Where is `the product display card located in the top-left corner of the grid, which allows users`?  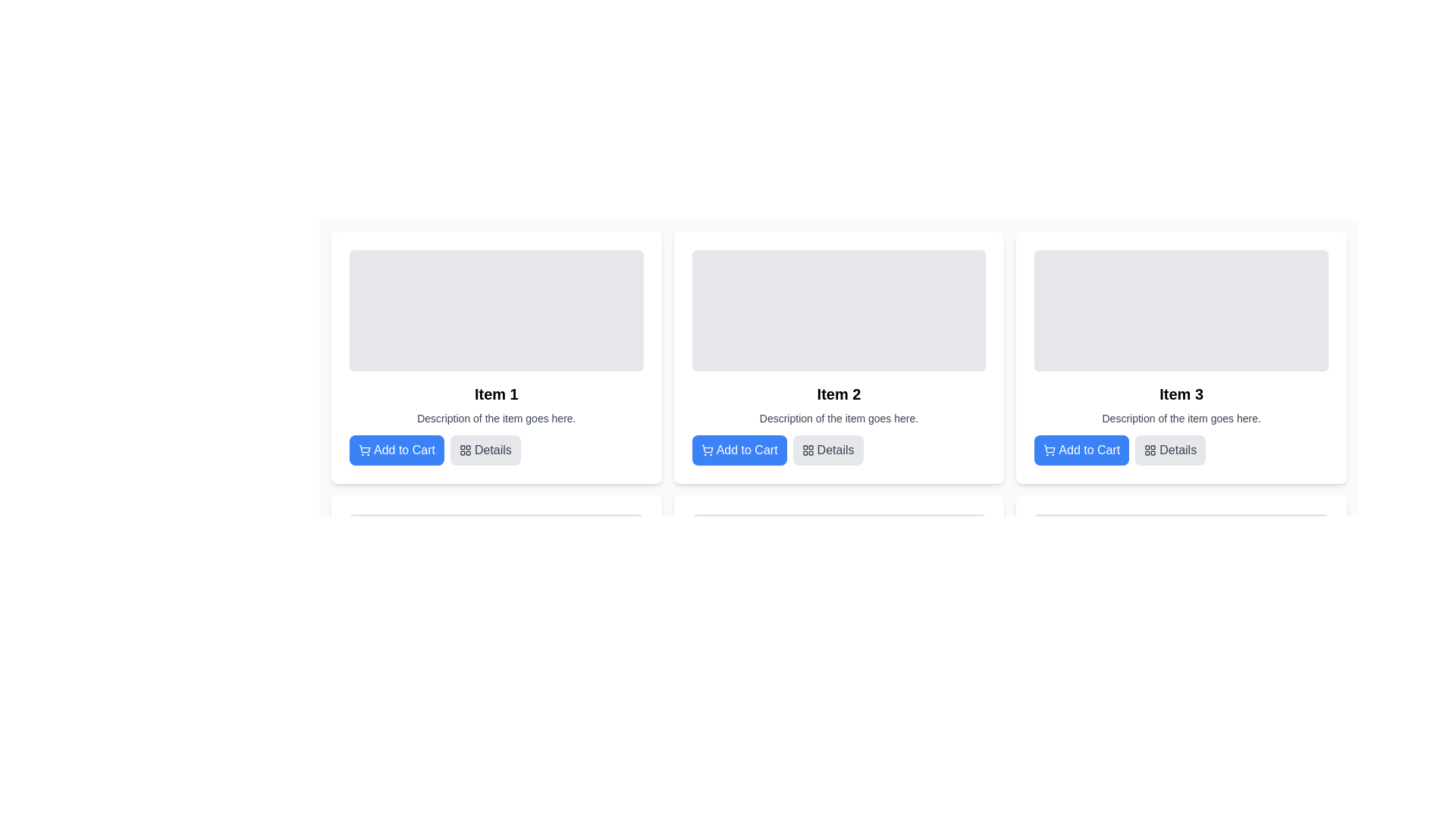 the product display card located in the top-left corner of the grid, which allows users is located at coordinates (496, 357).